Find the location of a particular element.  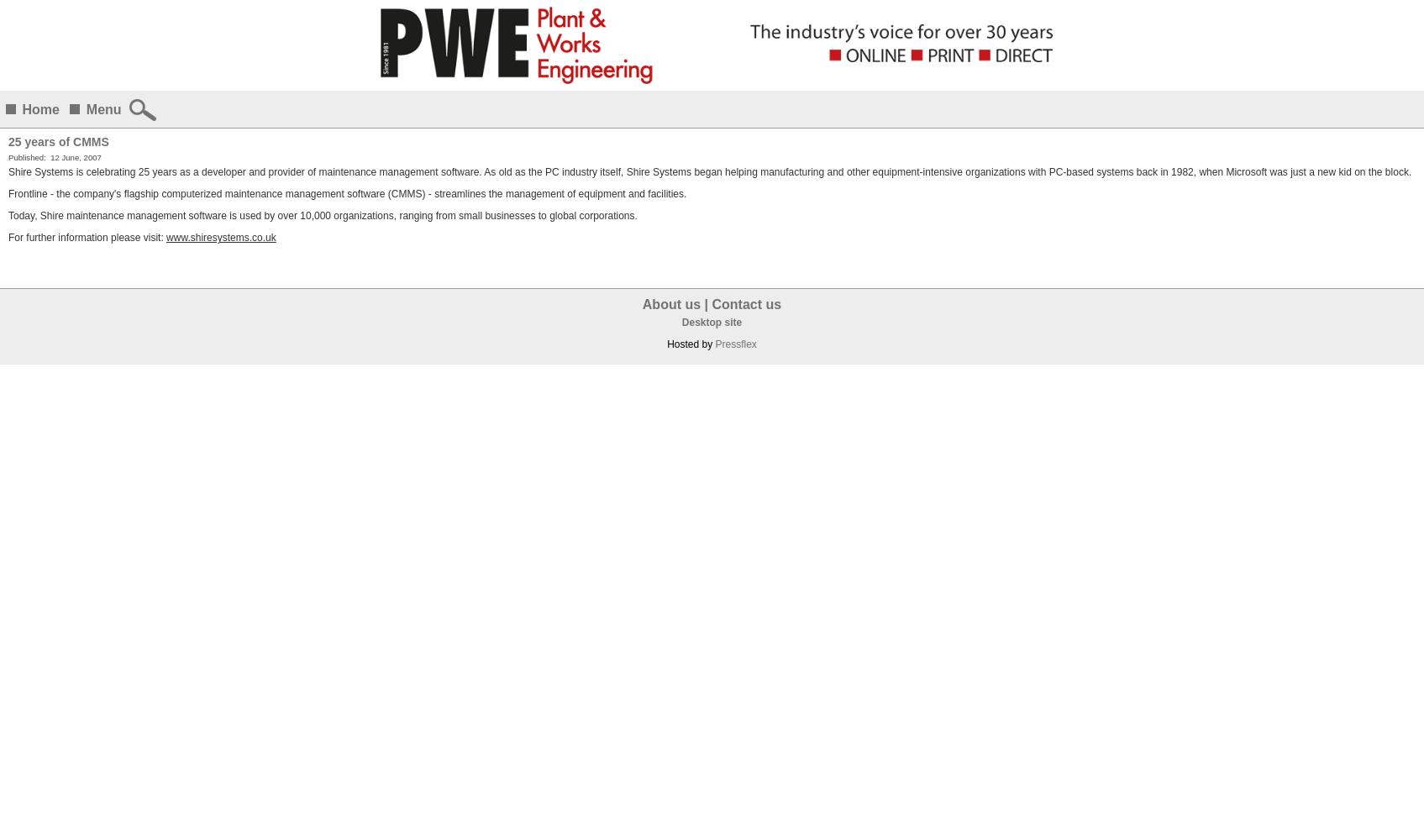

'Home' is located at coordinates (39, 109).